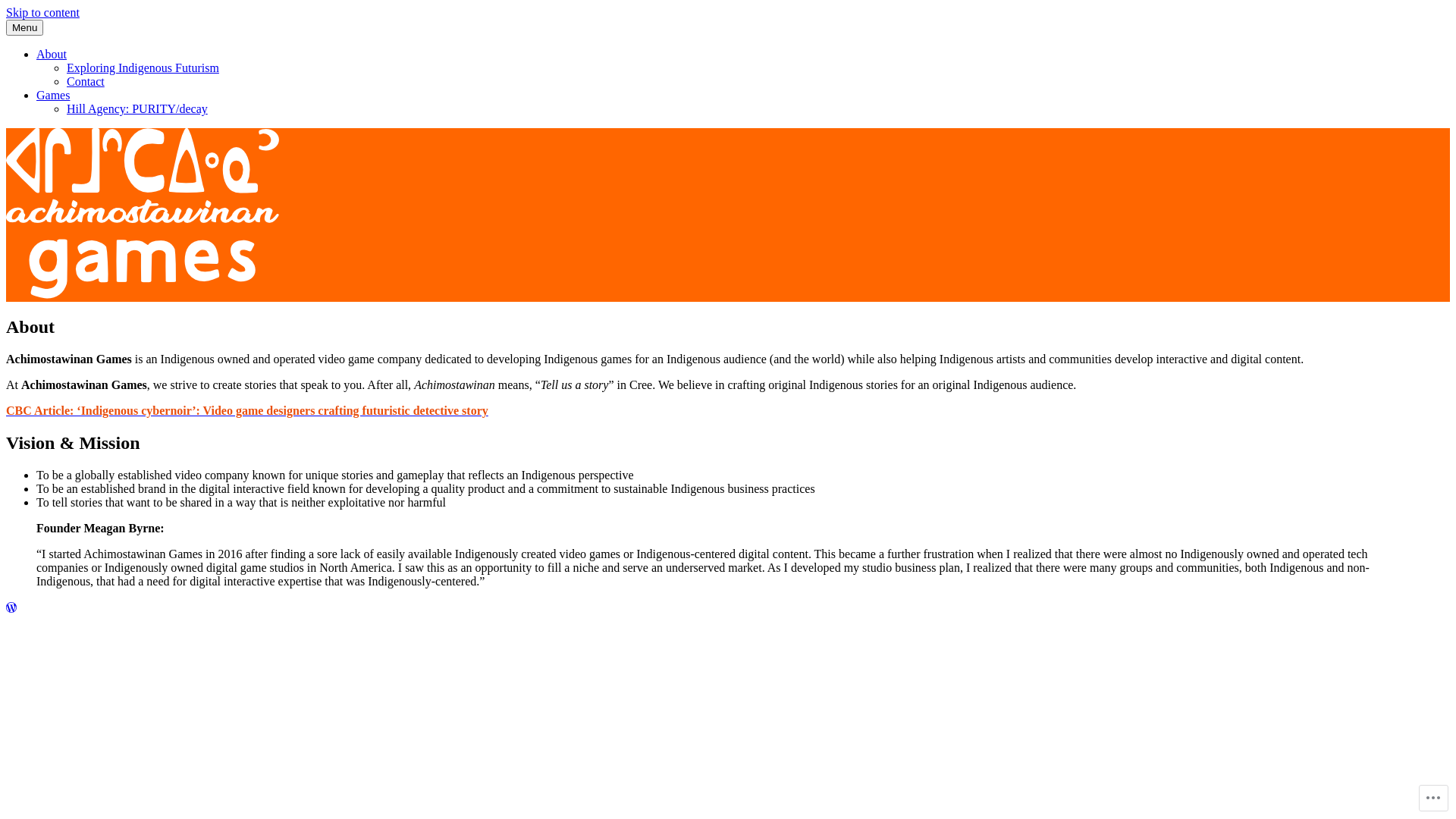 The height and width of the screenshot is (819, 1456). I want to click on 'Exploring Indigenous Futurism', so click(143, 67).